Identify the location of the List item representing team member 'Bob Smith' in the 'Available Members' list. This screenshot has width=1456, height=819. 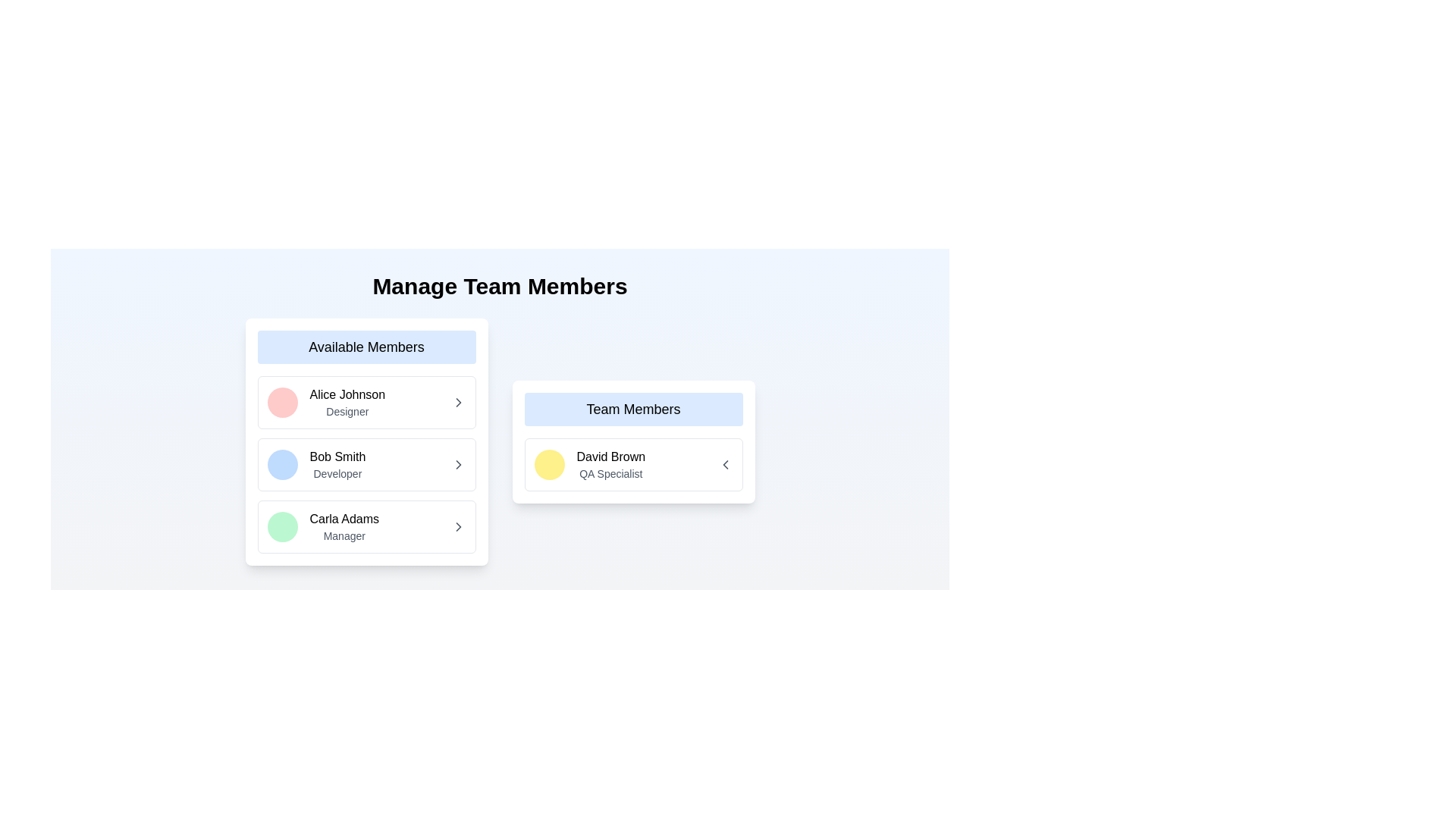
(366, 464).